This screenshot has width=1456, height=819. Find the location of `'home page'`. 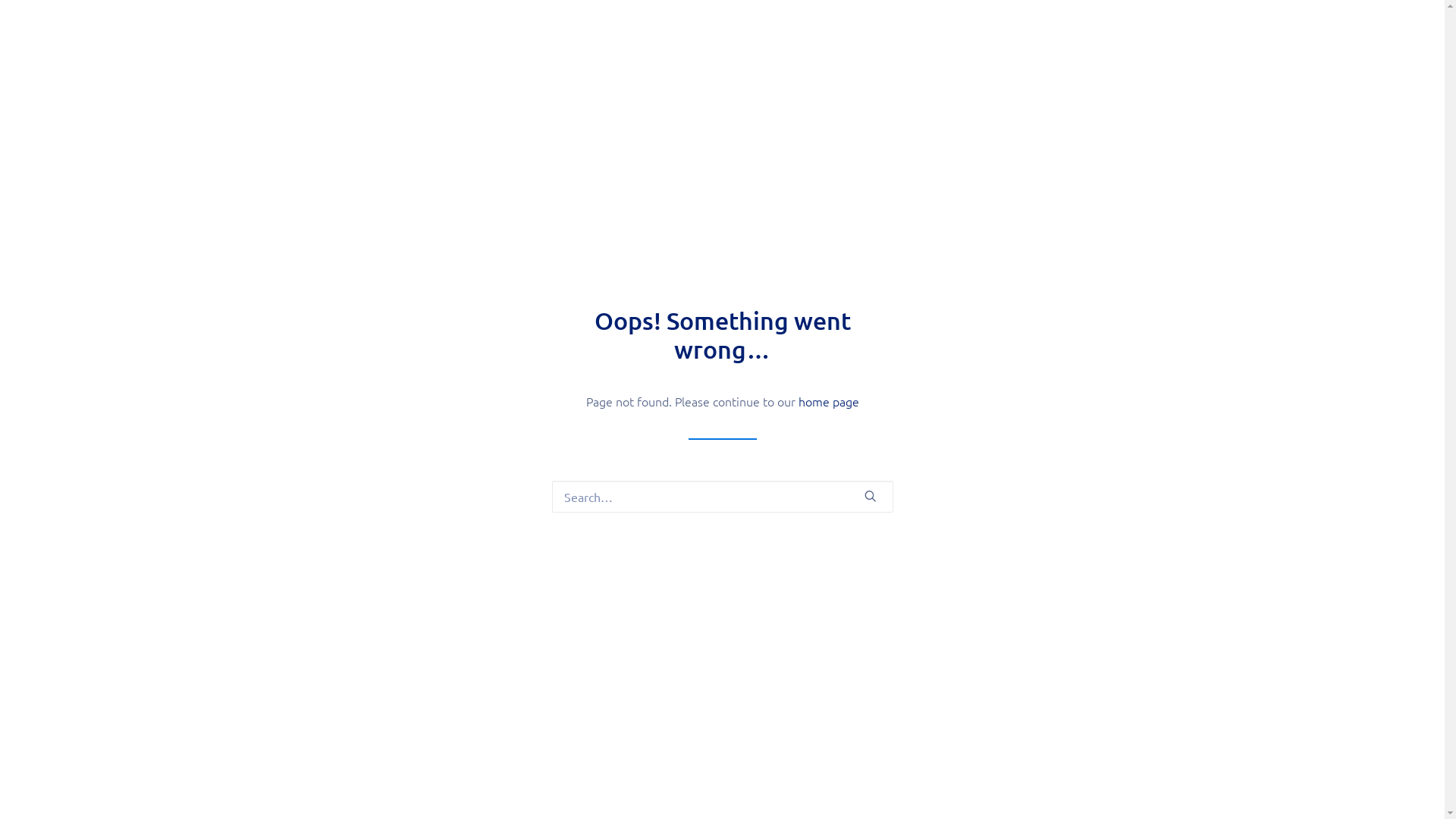

'home page' is located at coordinates (827, 400).